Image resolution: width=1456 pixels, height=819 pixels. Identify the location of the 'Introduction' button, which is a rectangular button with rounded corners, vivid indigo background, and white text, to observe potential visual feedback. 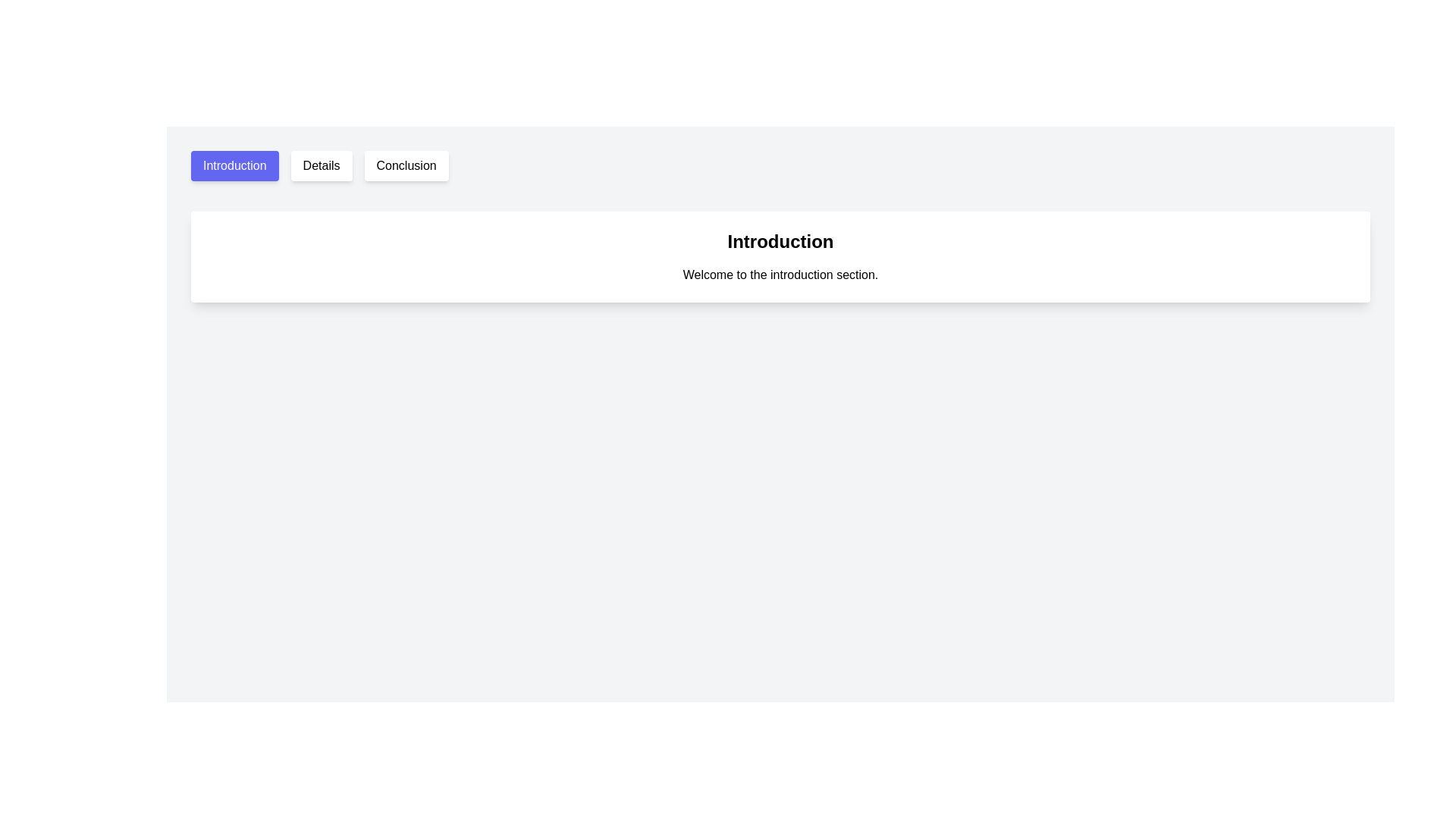
(234, 166).